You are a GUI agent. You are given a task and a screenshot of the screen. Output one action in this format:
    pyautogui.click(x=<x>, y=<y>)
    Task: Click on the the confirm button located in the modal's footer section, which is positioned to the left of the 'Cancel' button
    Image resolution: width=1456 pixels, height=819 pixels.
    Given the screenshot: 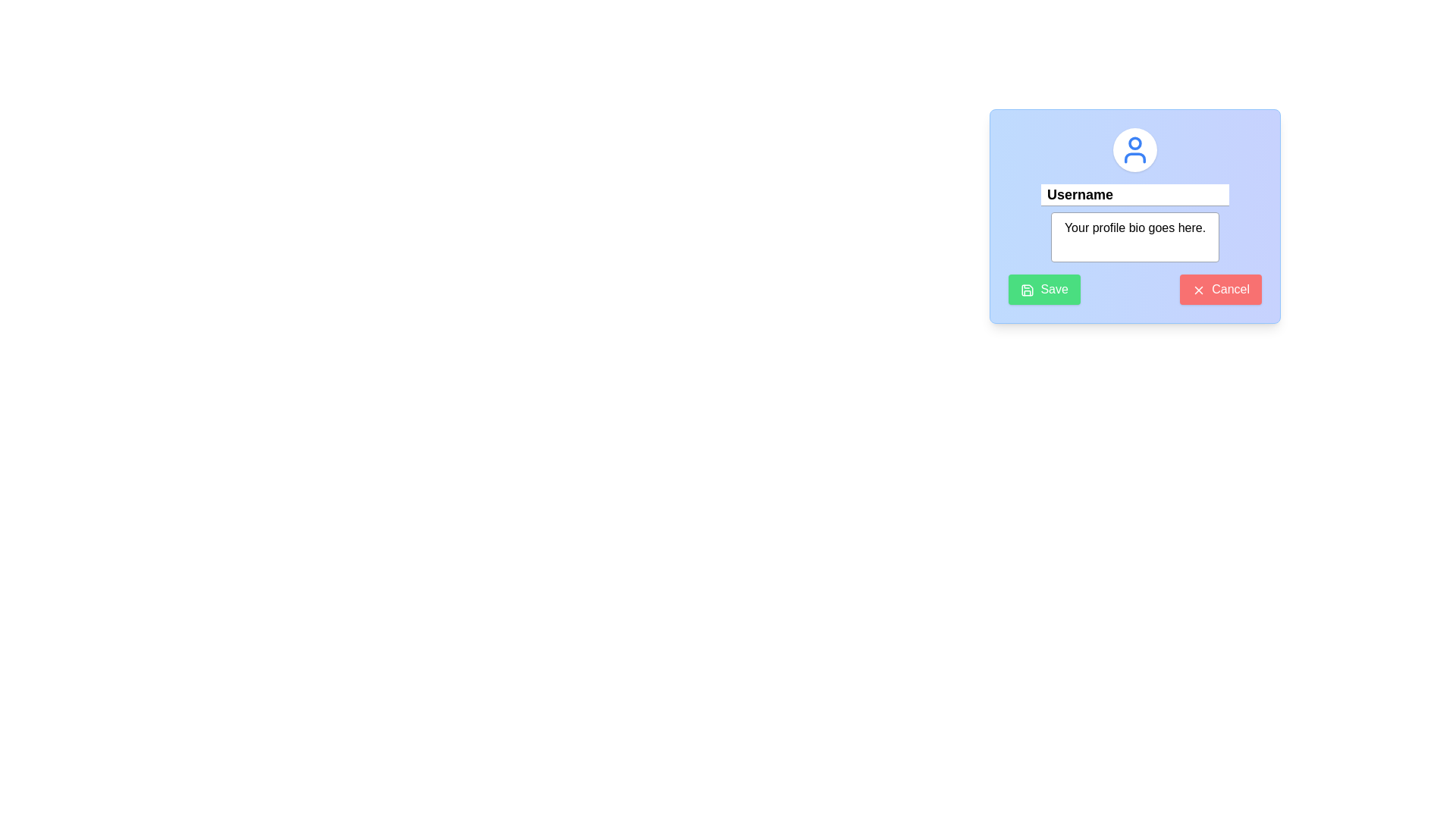 What is the action you would take?
    pyautogui.click(x=1043, y=289)
    